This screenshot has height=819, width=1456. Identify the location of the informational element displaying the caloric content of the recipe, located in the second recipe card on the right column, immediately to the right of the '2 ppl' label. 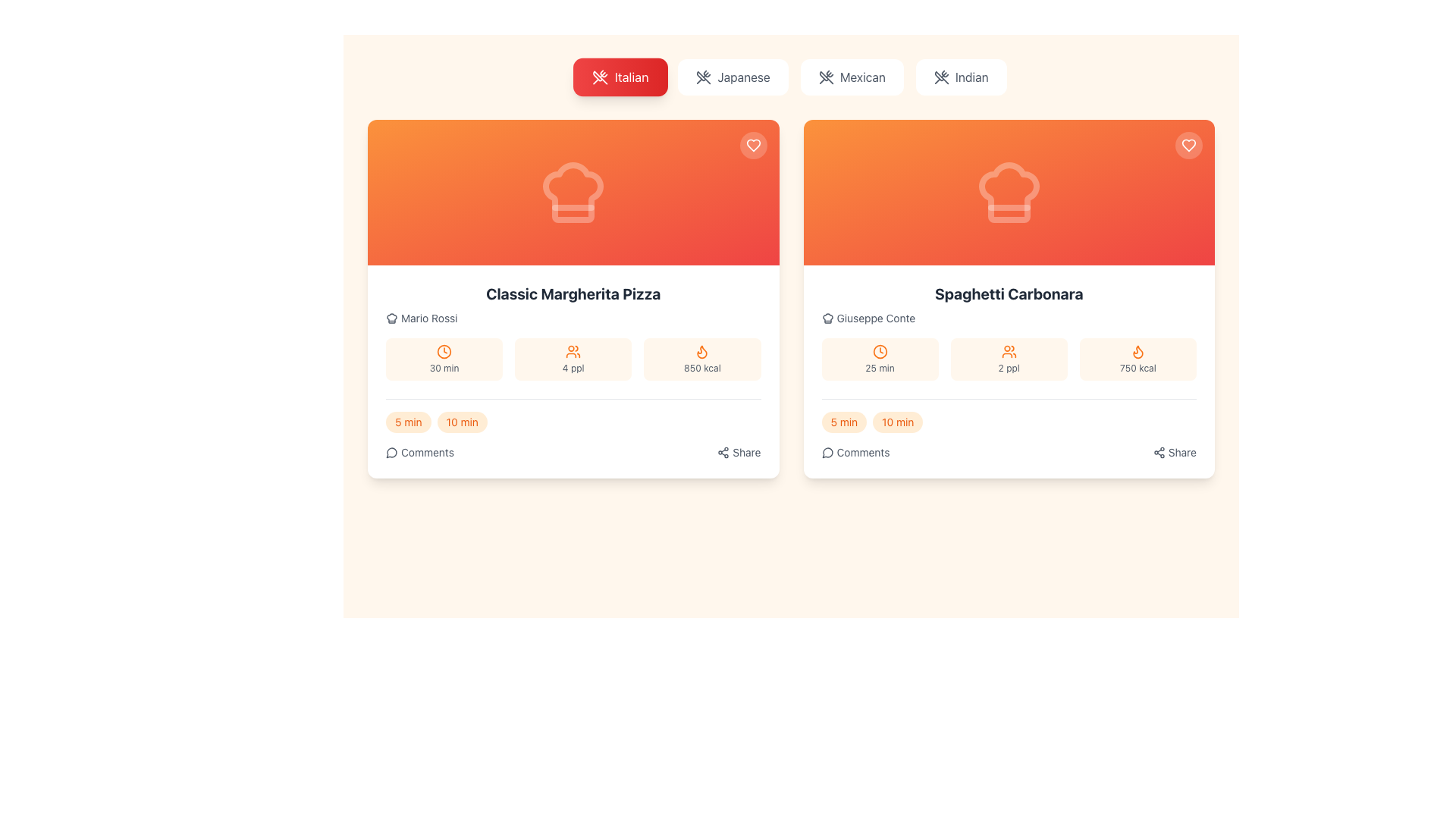
(1137, 359).